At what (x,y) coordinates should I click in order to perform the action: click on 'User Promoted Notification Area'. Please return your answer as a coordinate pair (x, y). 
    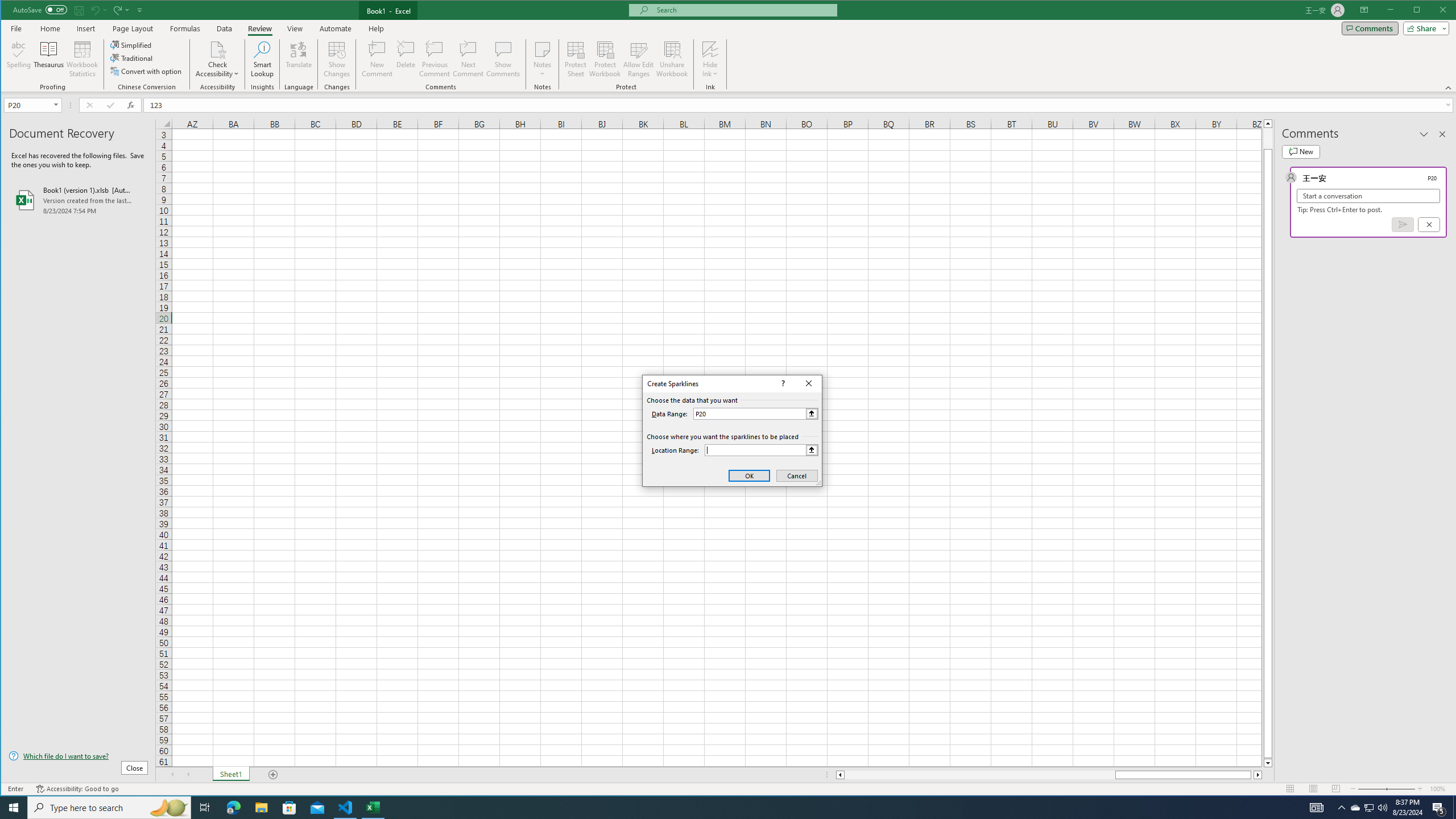
    Looking at the image, I should click on (1368, 806).